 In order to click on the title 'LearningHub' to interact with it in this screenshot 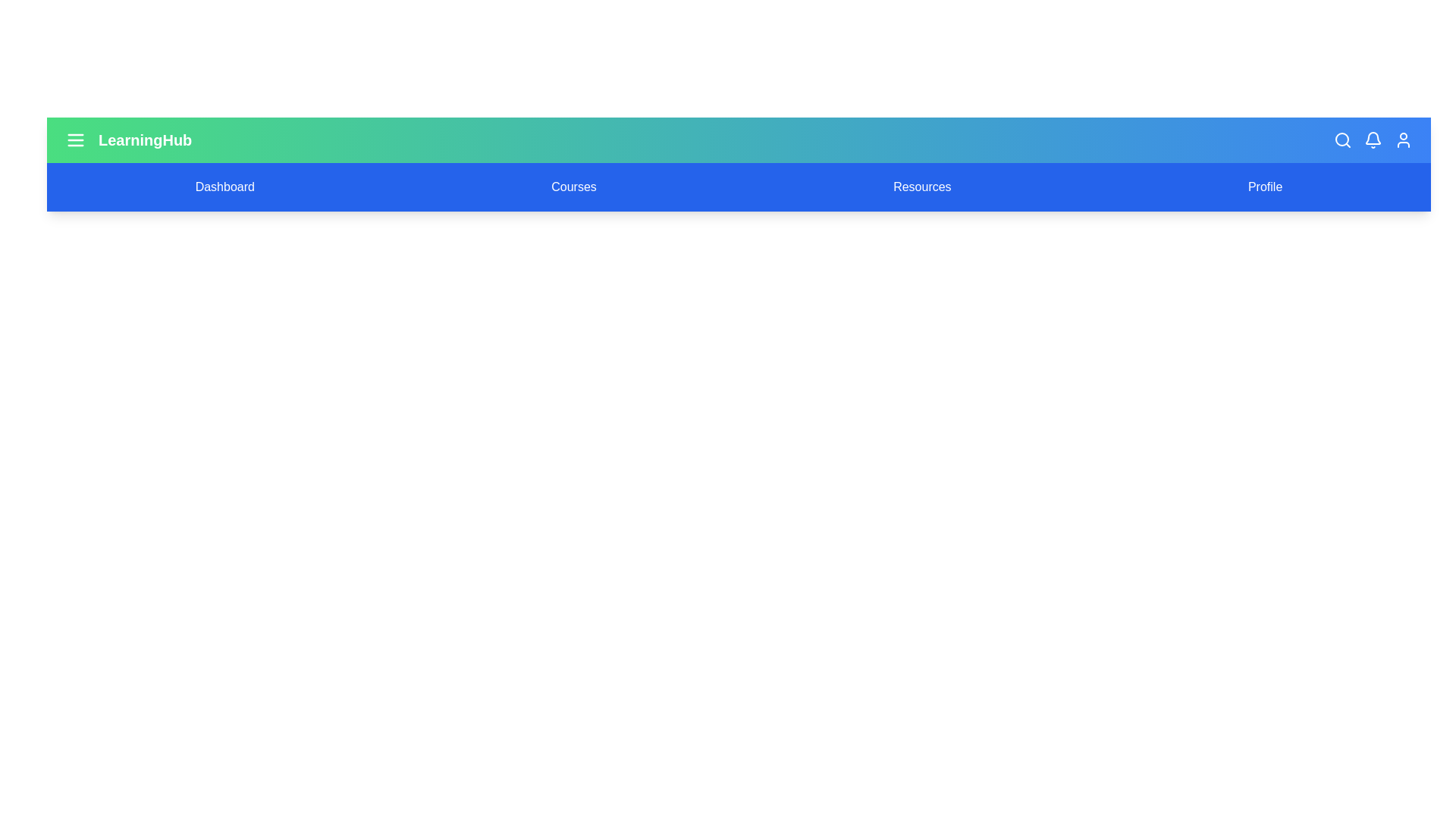, I will do `click(145, 140)`.